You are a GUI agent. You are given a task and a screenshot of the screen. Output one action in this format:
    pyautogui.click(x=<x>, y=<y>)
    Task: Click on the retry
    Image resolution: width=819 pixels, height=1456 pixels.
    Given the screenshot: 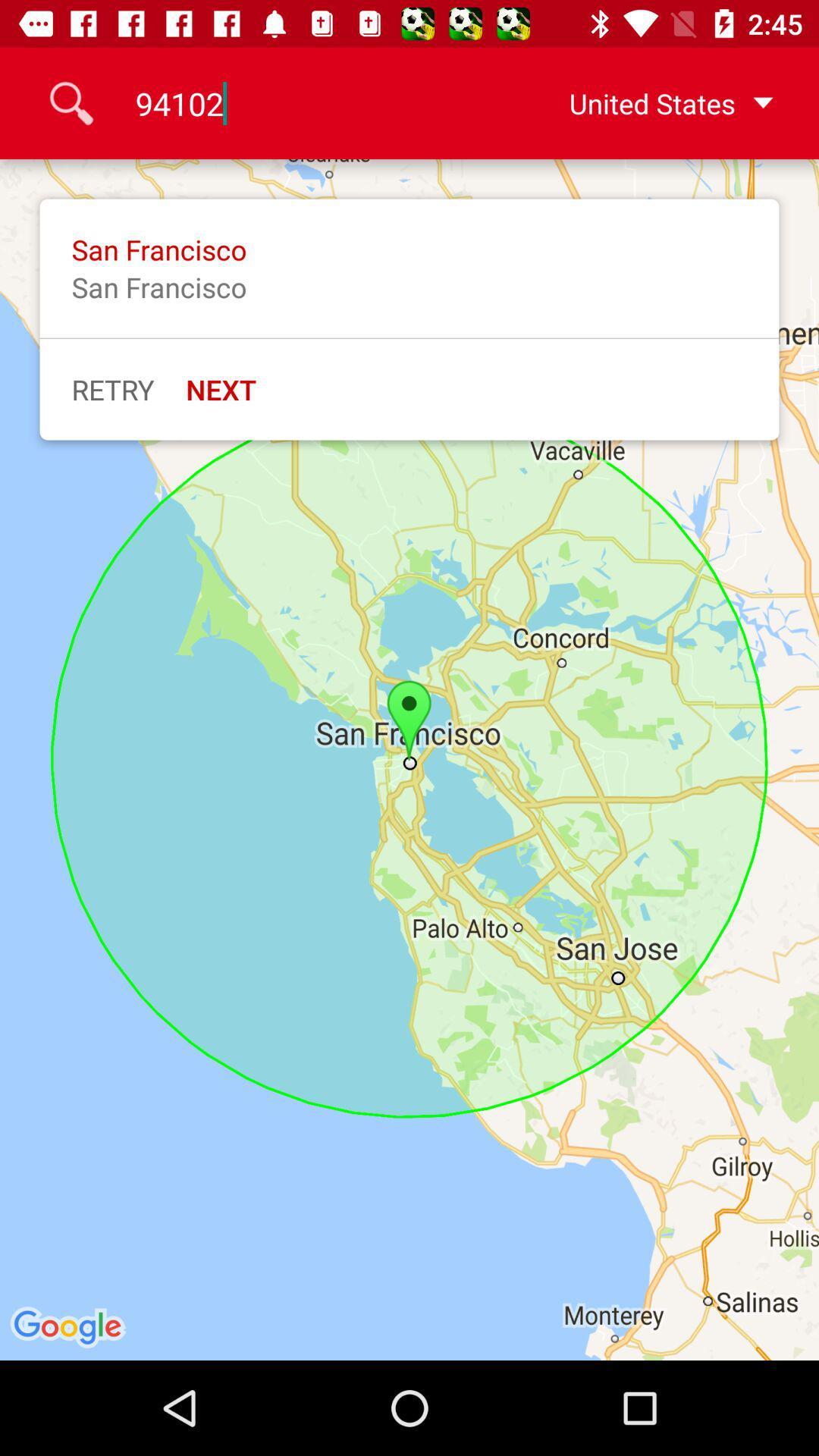 What is the action you would take?
    pyautogui.click(x=111, y=389)
    